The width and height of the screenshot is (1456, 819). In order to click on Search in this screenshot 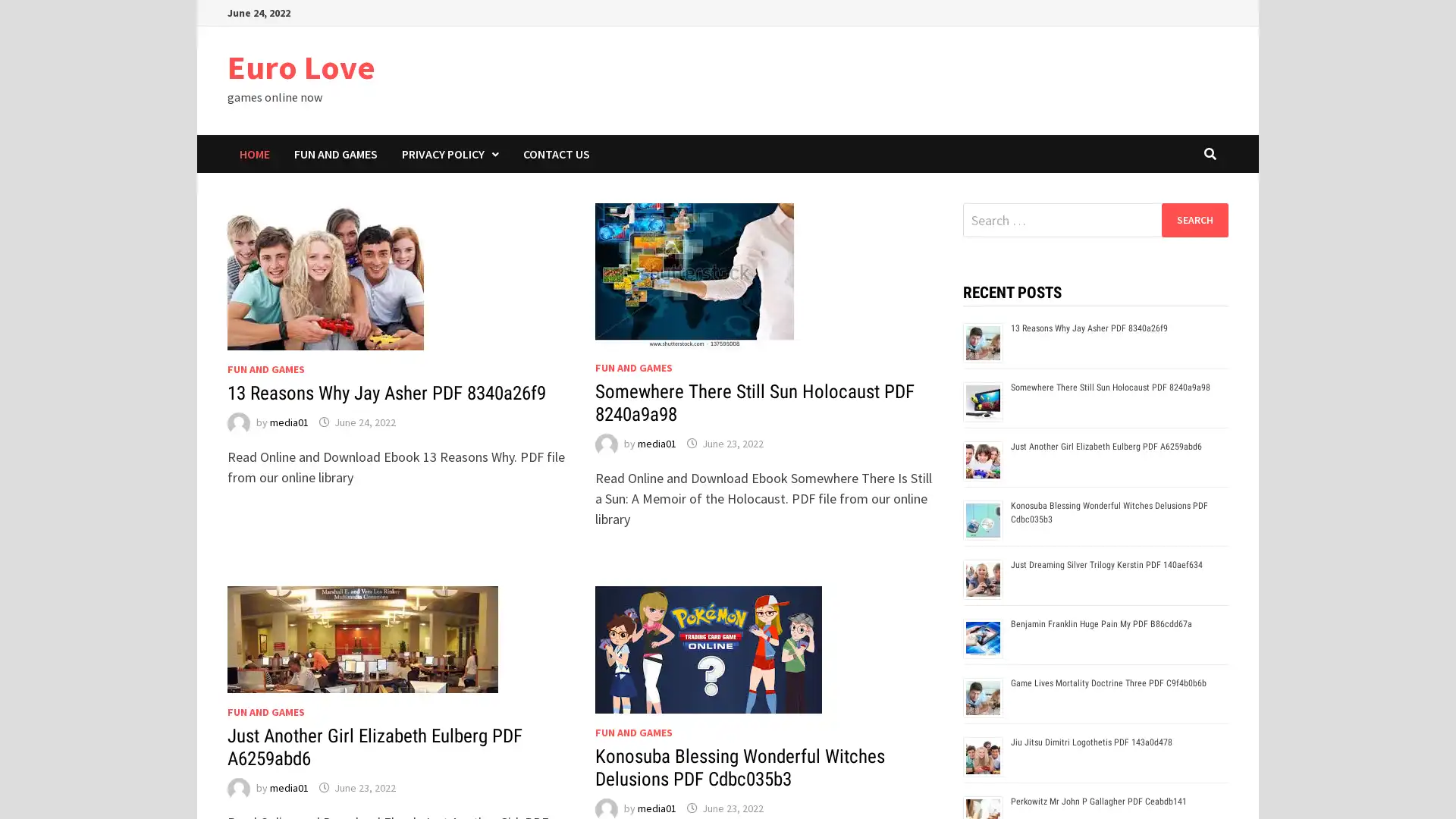, I will do `click(1194, 219)`.